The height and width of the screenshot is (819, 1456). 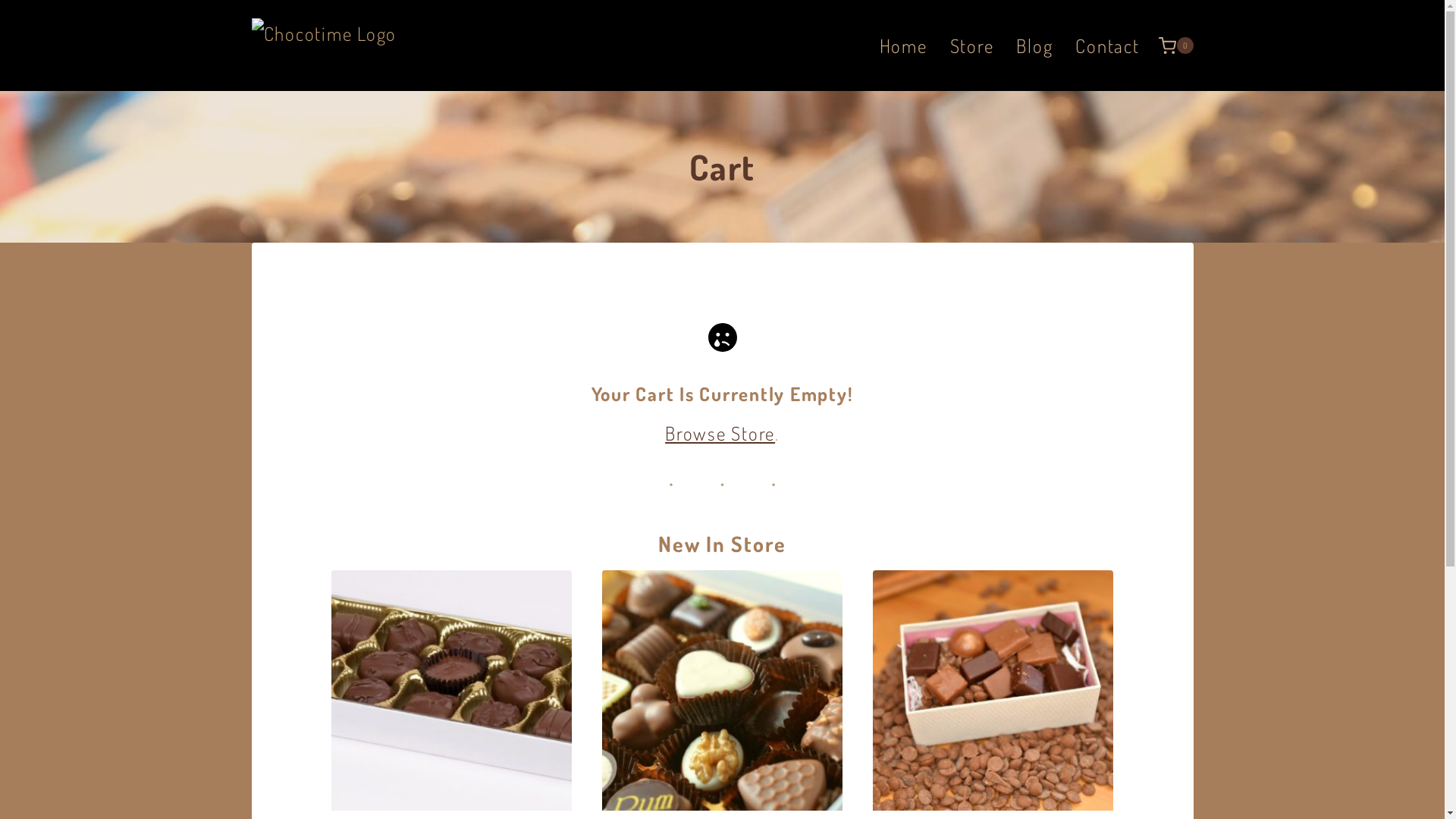 What do you see at coordinates (1033, 44) in the screenshot?
I see `'Blog'` at bounding box center [1033, 44].